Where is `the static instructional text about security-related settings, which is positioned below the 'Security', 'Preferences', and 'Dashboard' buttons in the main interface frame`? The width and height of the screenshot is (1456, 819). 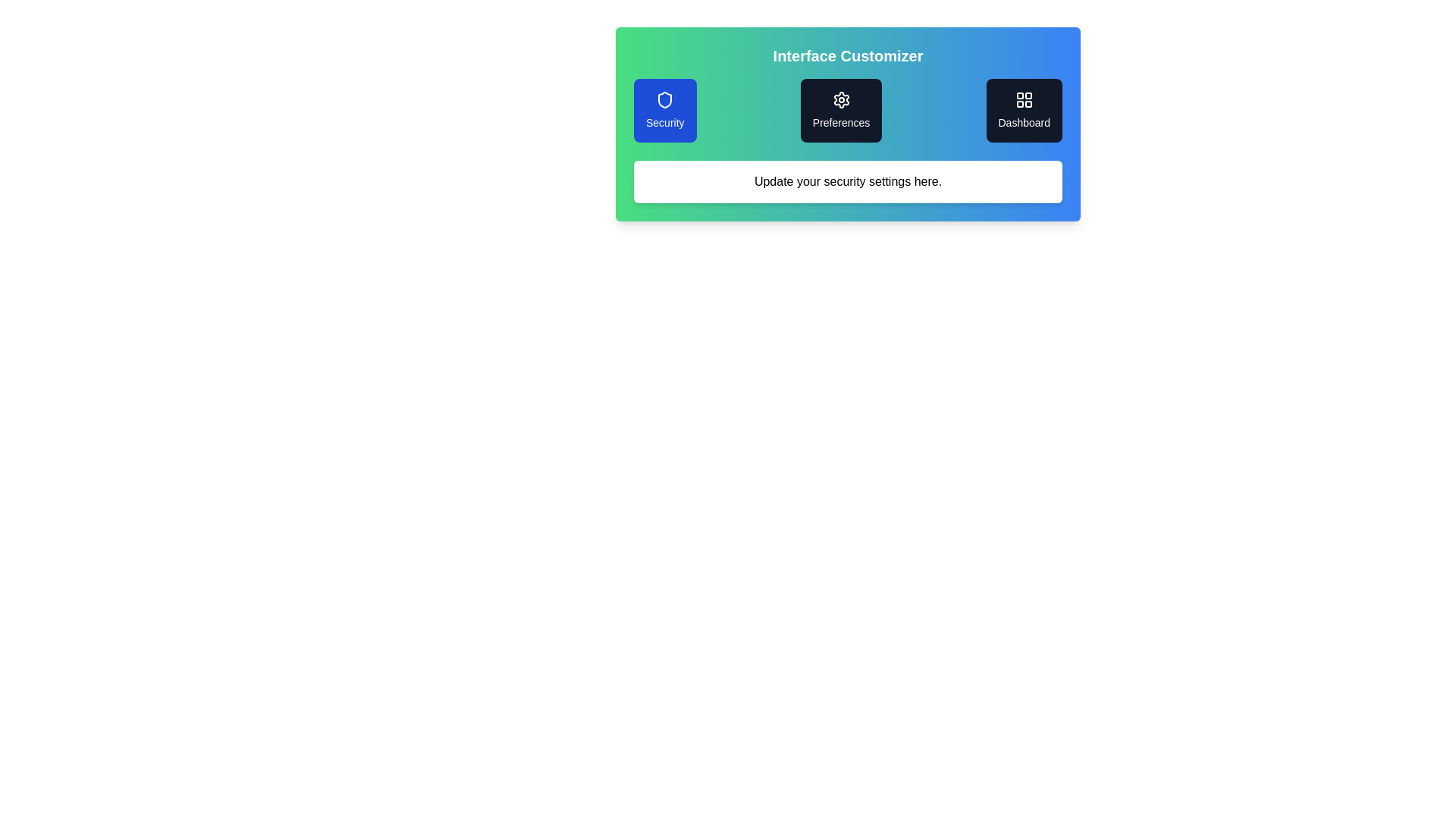
the static instructional text about security-related settings, which is positioned below the 'Security', 'Preferences', and 'Dashboard' buttons in the main interface frame is located at coordinates (847, 180).